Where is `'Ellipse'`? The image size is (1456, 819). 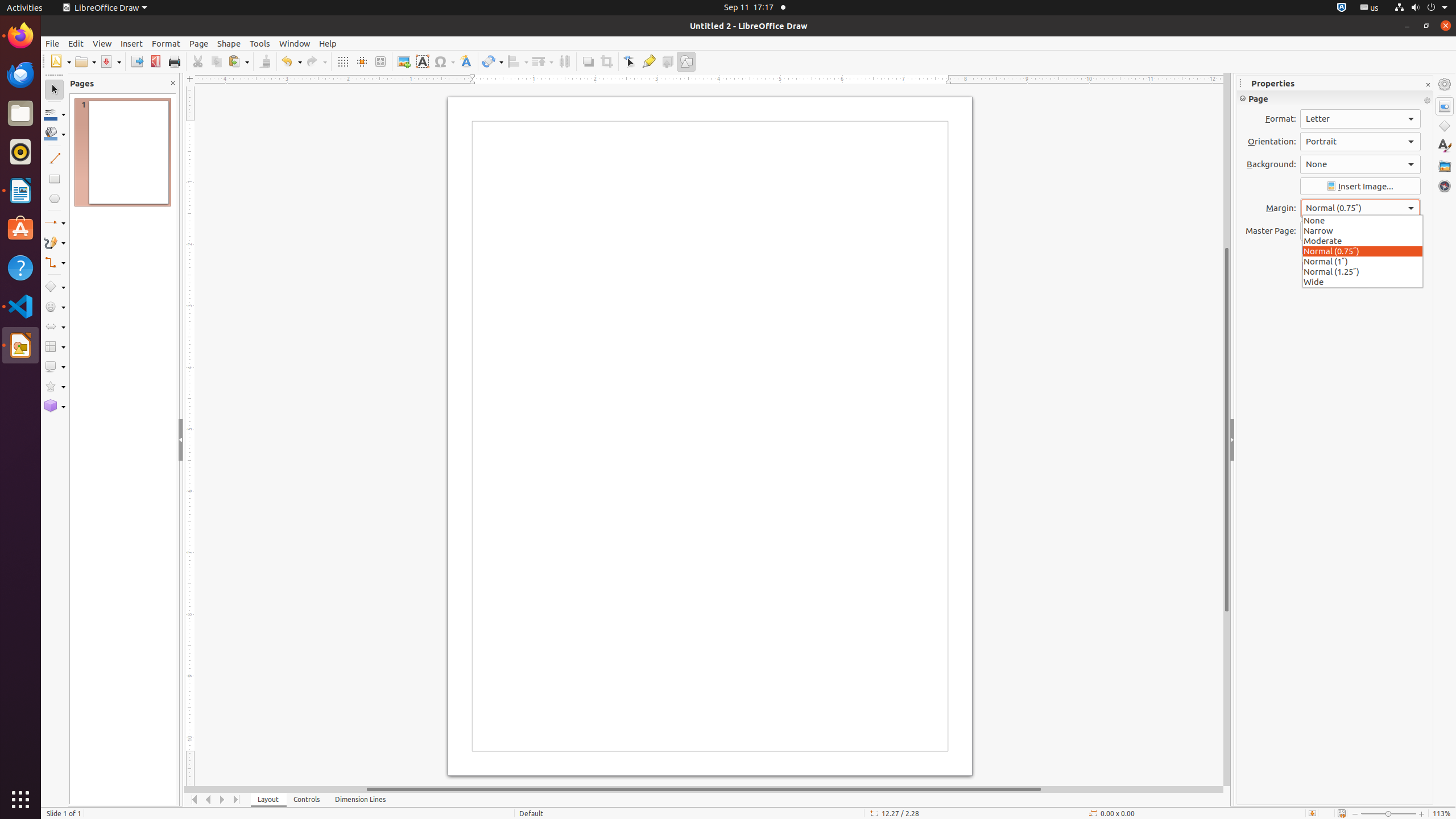
'Ellipse' is located at coordinates (53, 198).